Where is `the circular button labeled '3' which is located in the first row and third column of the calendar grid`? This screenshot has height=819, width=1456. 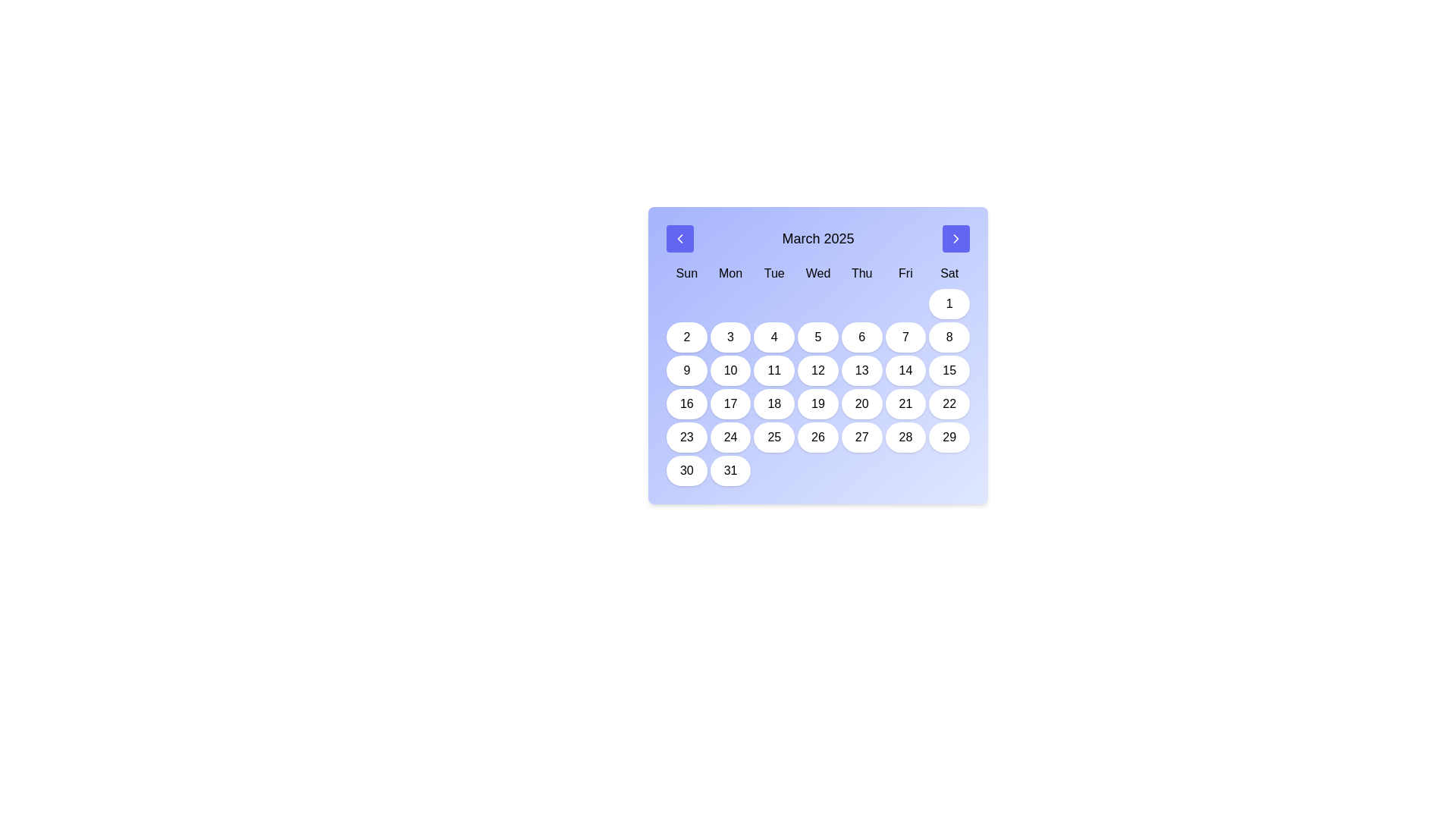 the circular button labeled '3' which is located in the first row and third column of the calendar grid is located at coordinates (730, 336).